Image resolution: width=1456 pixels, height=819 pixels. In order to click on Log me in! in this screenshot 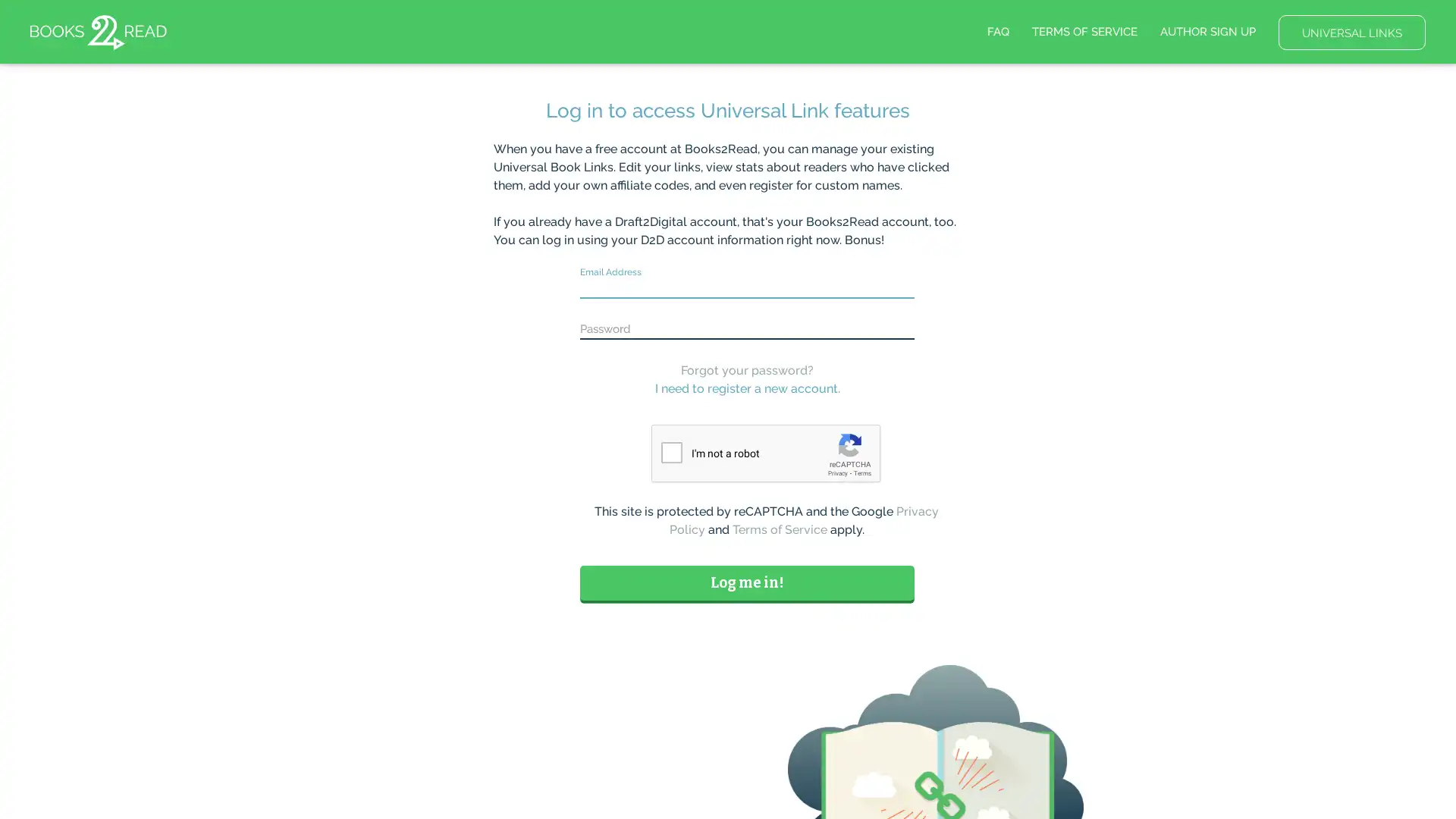, I will do `click(747, 582)`.